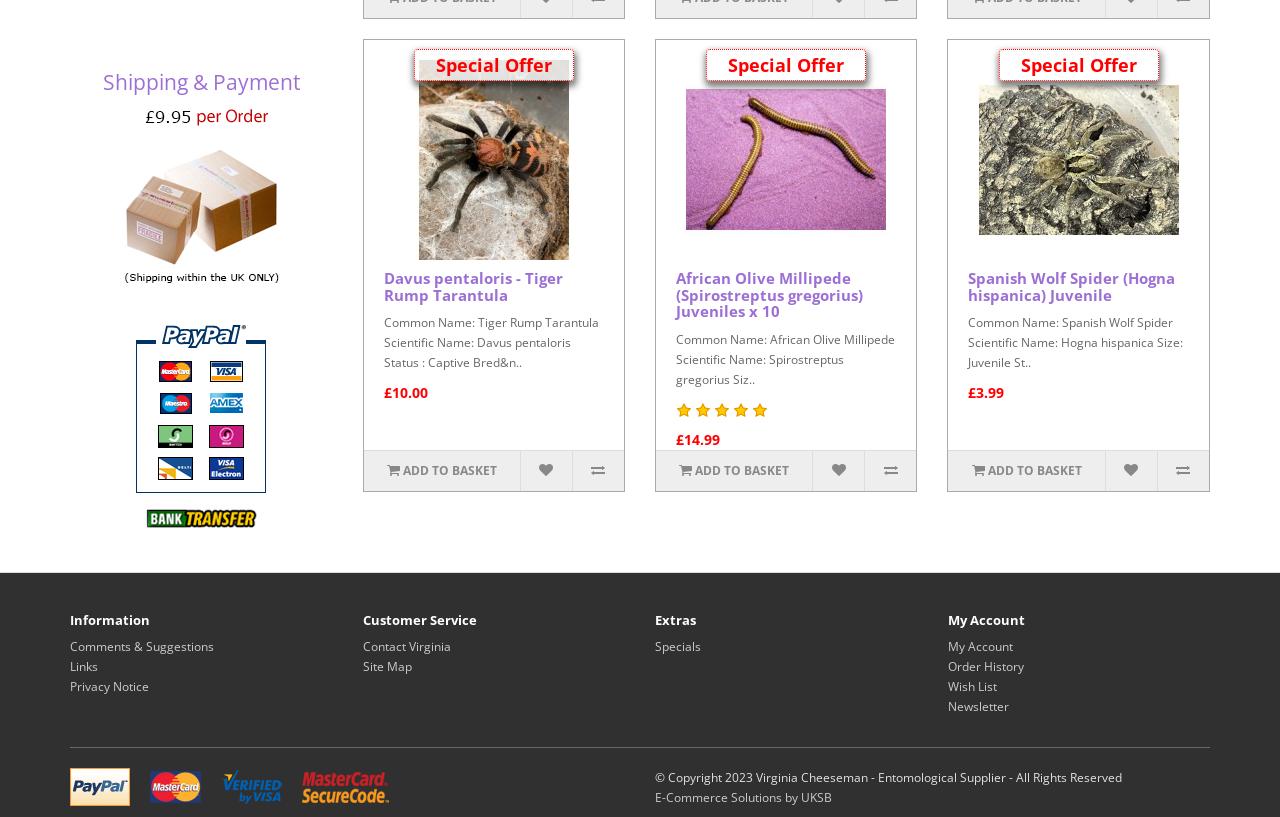  What do you see at coordinates (742, 797) in the screenshot?
I see `'E-Commerce Solutions by UKSB'` at bounding box center [742, 797].